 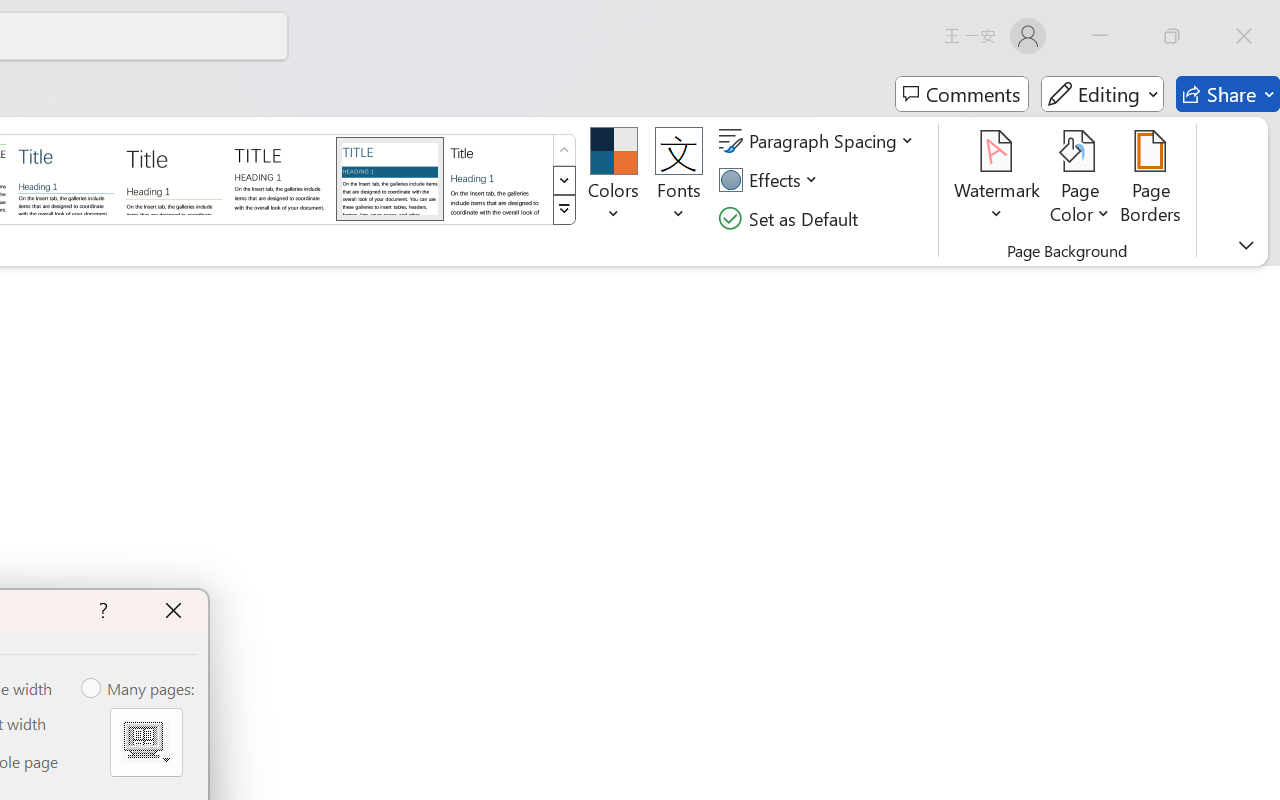 I want to click on 'Row up', so click(x=563, y=150).